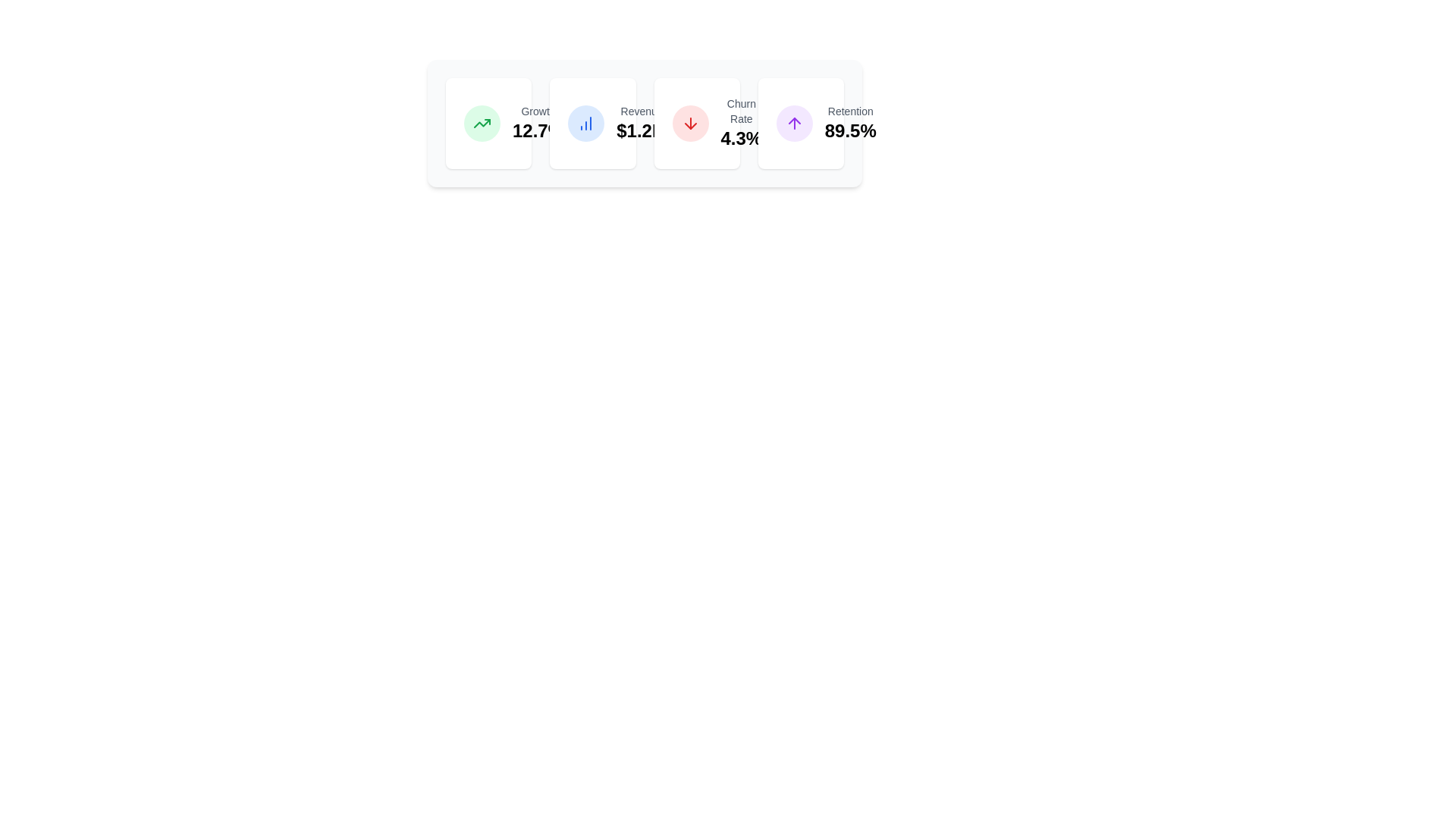 The height and width of the screenshot is (819, 1456). Describe the element at coordinates (696, 122) in the screenshot. I see `the Informational panel displaying the 'Churn Rate' metric, which shows a value of '4.3%' and has a downward arrow indicating a decrease in churn rate` at that location.